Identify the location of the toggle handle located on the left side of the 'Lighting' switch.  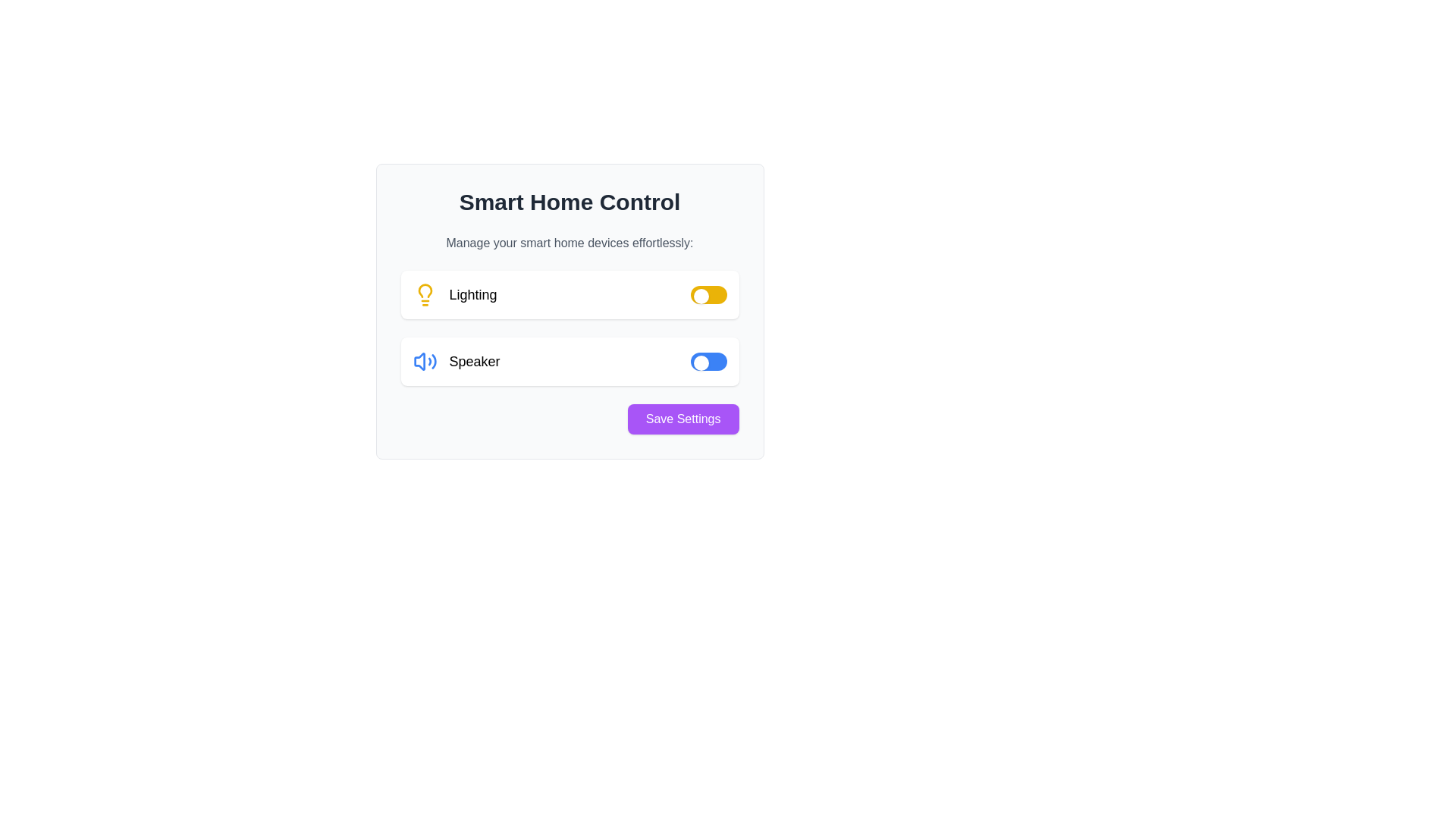
(700, 296).